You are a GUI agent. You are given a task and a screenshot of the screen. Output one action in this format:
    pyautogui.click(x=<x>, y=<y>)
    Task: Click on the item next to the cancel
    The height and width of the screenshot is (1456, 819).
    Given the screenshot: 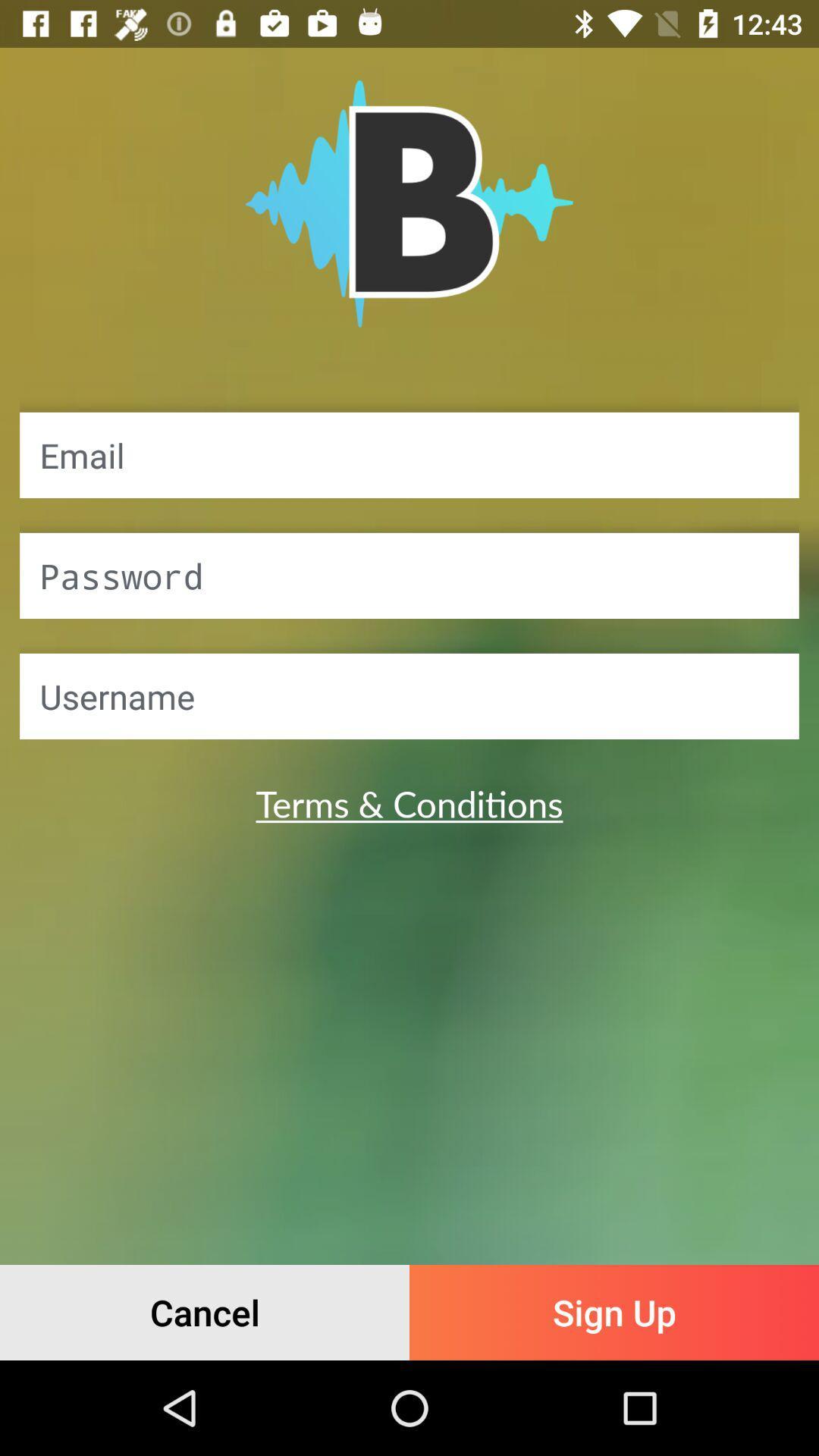 What is the action you would take?
    pyautogui.click(x=614, y=1312)
    